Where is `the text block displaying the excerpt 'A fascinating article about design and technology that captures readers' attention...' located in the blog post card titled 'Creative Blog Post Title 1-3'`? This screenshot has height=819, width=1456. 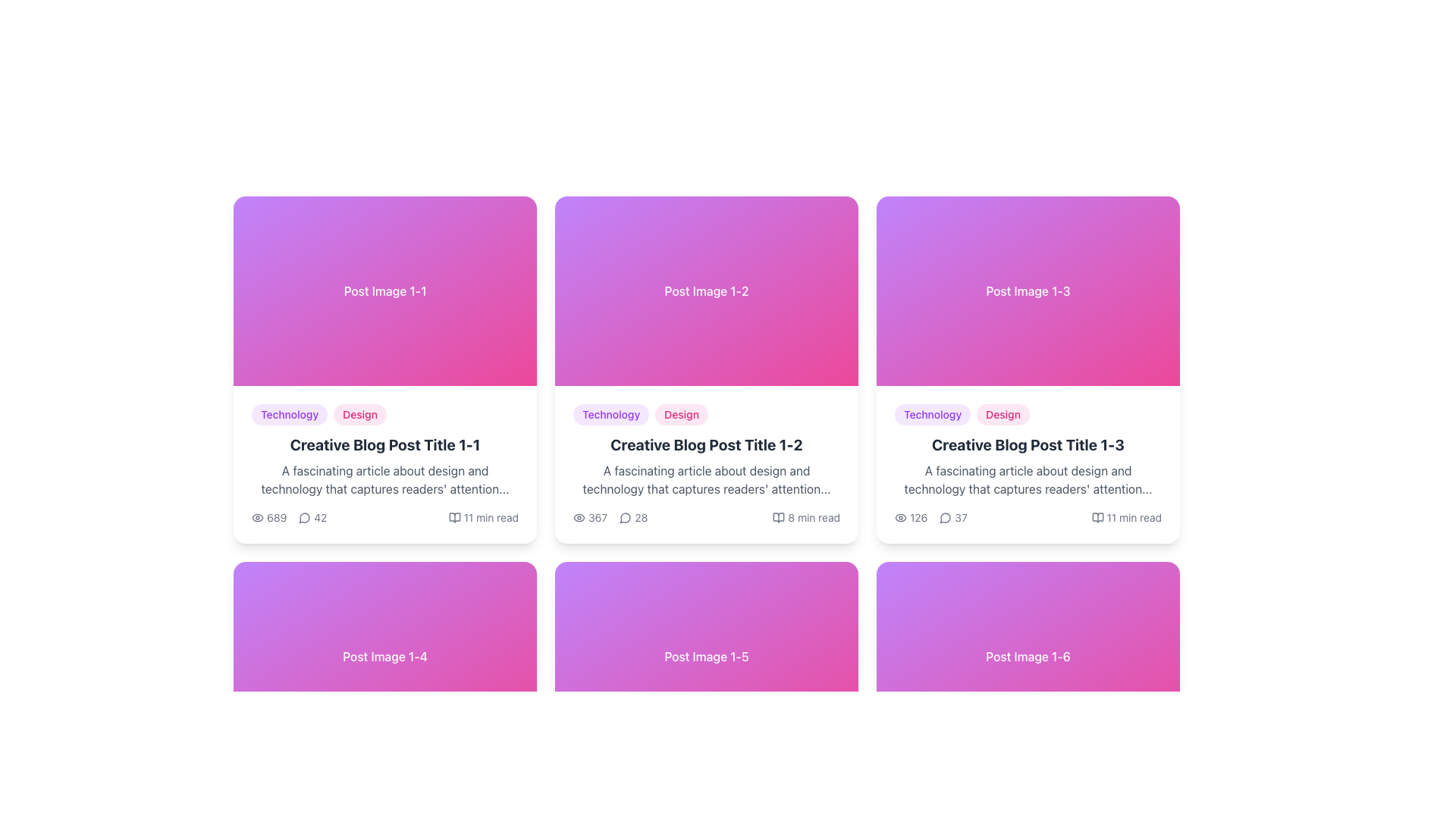 the text block displaying the excerpt 'A fascinating article about design and technology that captures readers' attention...' located in the blog post card titled 'Creative Blog Post Title 1-3' is located at coordinates (1028, 479).